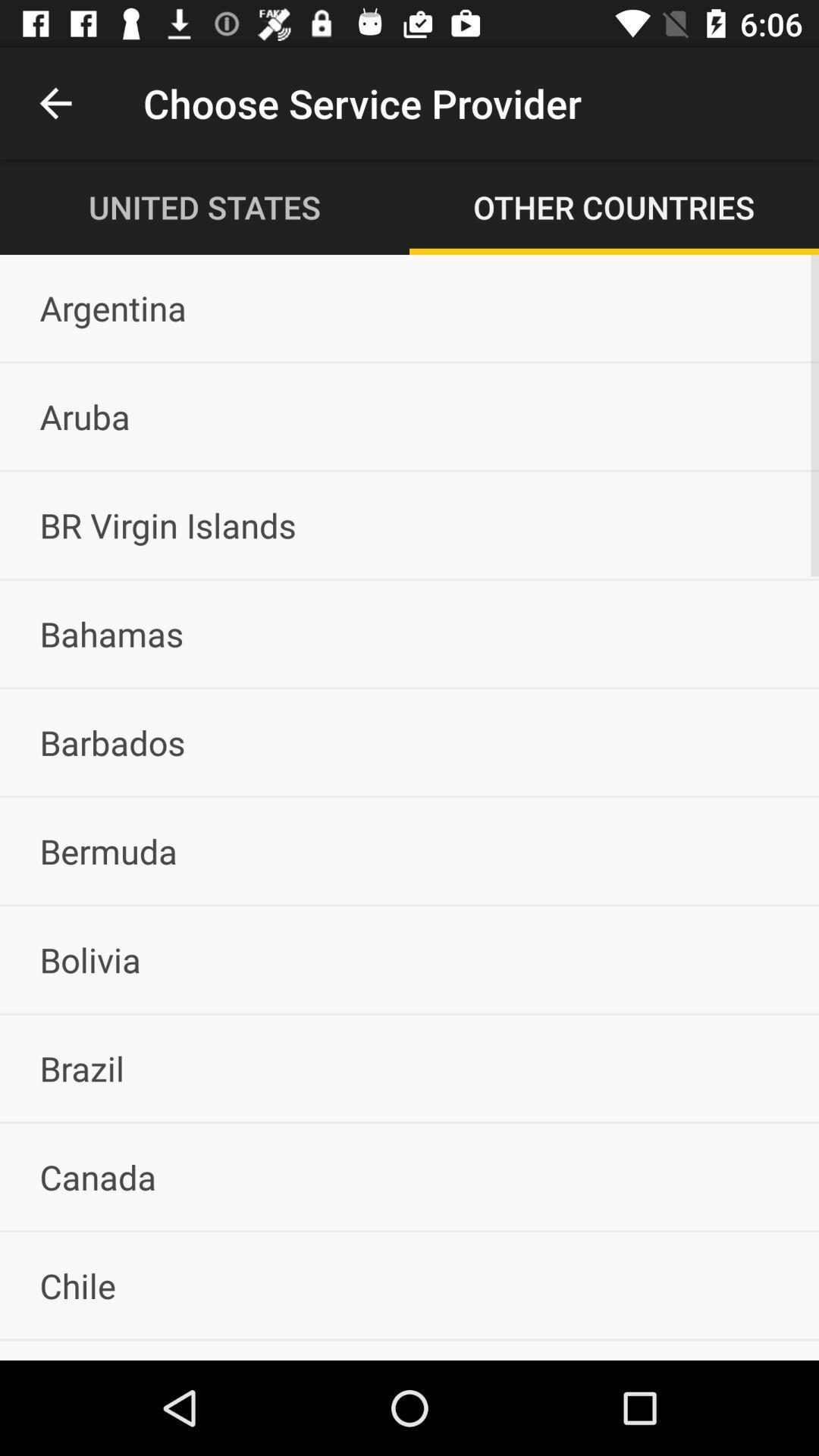  Describe the element at coordinates (409, 307) in the screenshot. I see `the icon below united states` at that location.